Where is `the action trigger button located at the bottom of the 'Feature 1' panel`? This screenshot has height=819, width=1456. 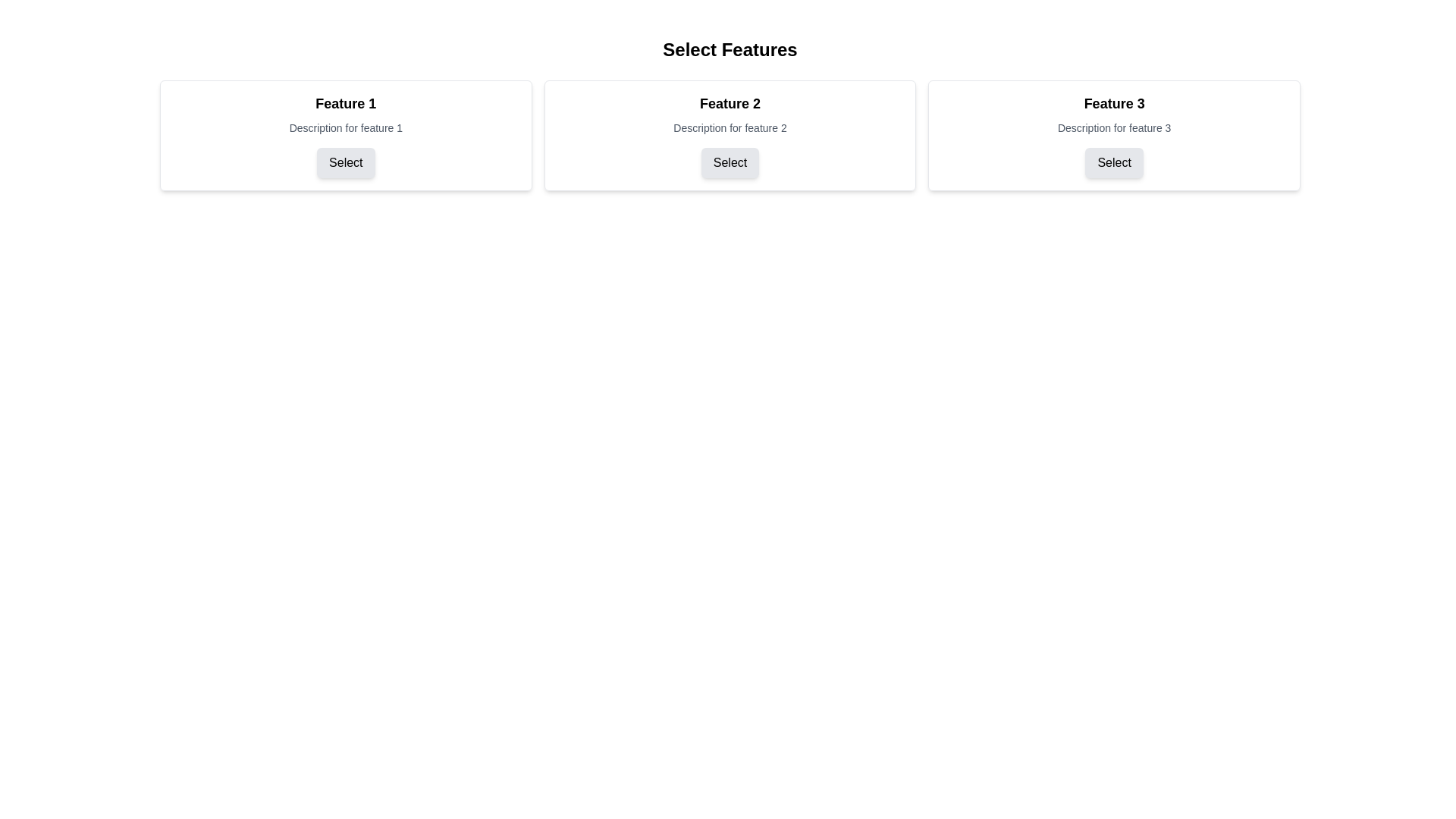 the action trigger button located at the bottom of the 'Feature 1' panel is located at coordinates (345, 163).